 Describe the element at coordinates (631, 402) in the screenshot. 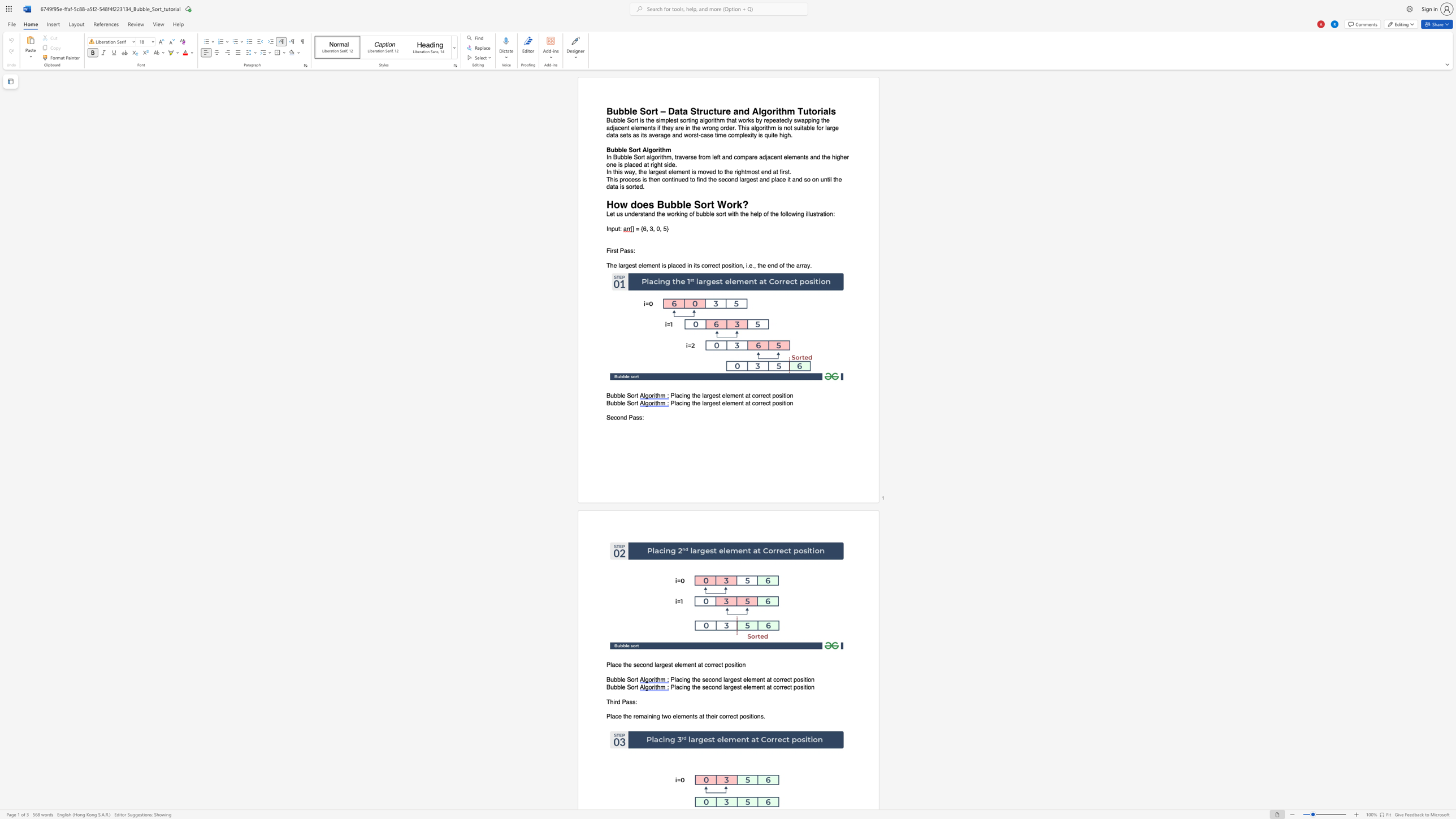

I see `the subset text "or" within the text "Bubble Sort"` at that location.